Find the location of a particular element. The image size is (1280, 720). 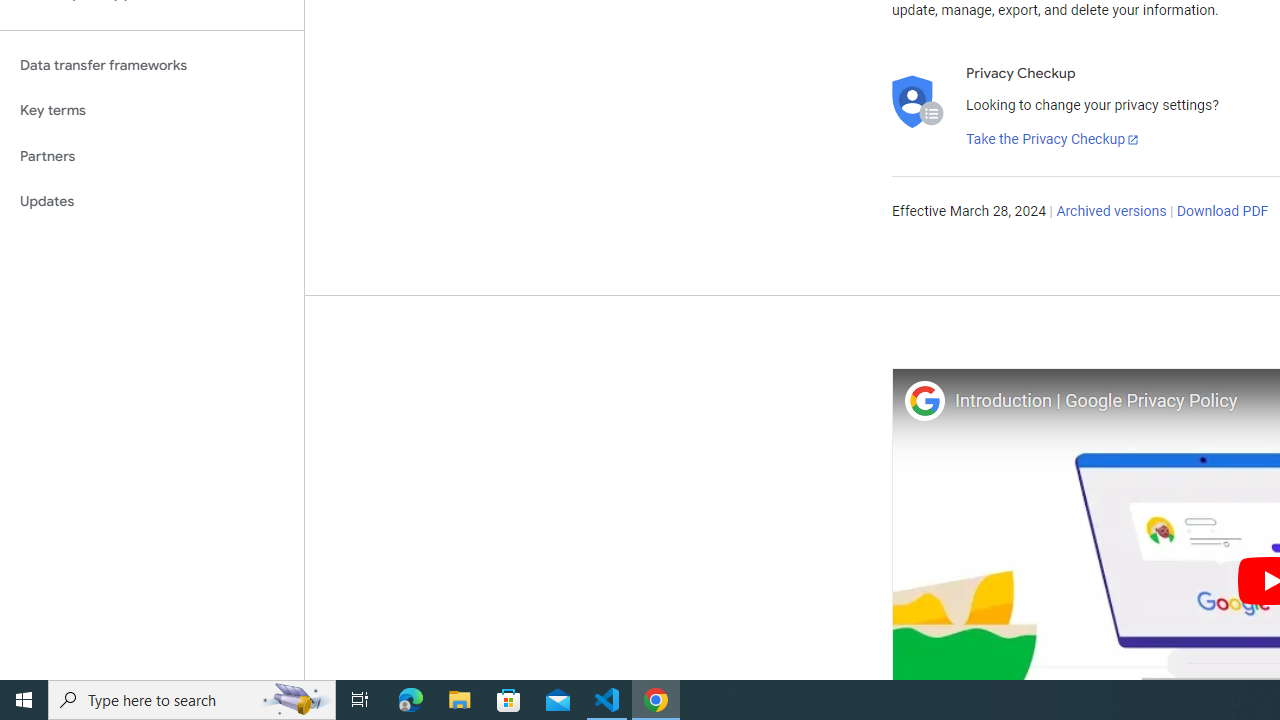

'Photo image of Google' is located at coordinates (923, 400).